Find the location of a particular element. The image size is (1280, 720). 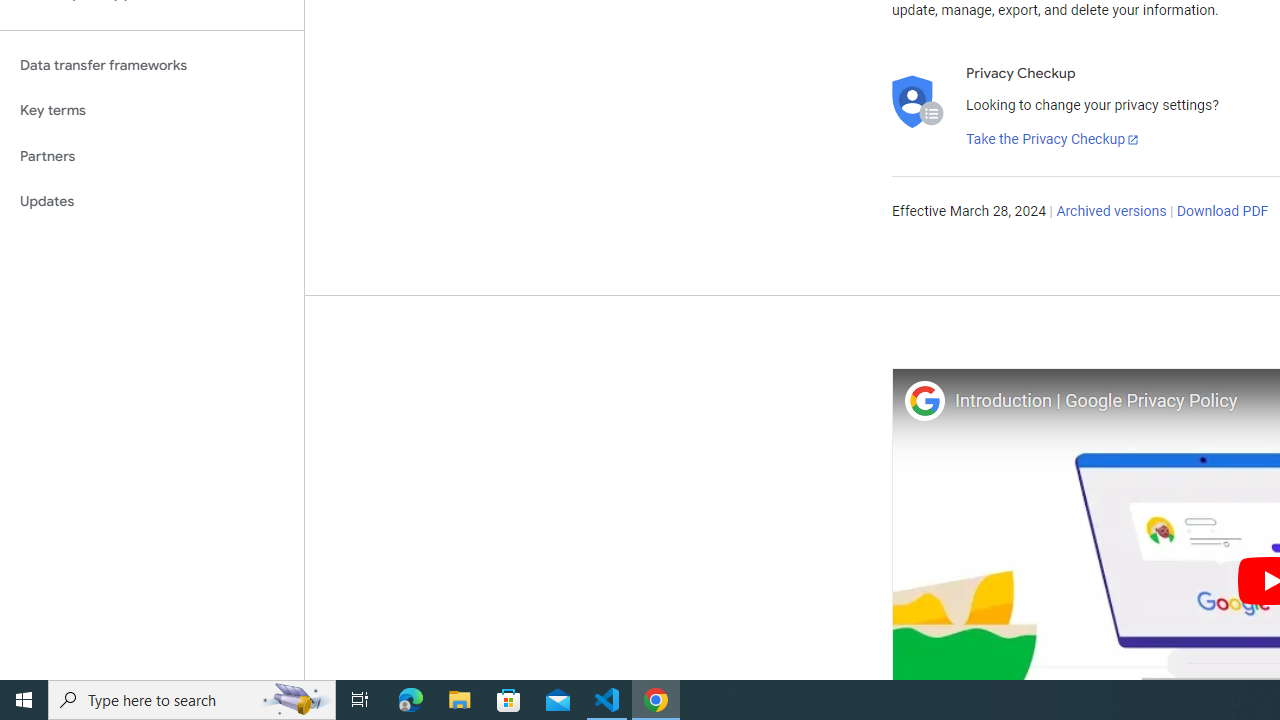

'Photo image of Google' is located at coordinates (923, 400).